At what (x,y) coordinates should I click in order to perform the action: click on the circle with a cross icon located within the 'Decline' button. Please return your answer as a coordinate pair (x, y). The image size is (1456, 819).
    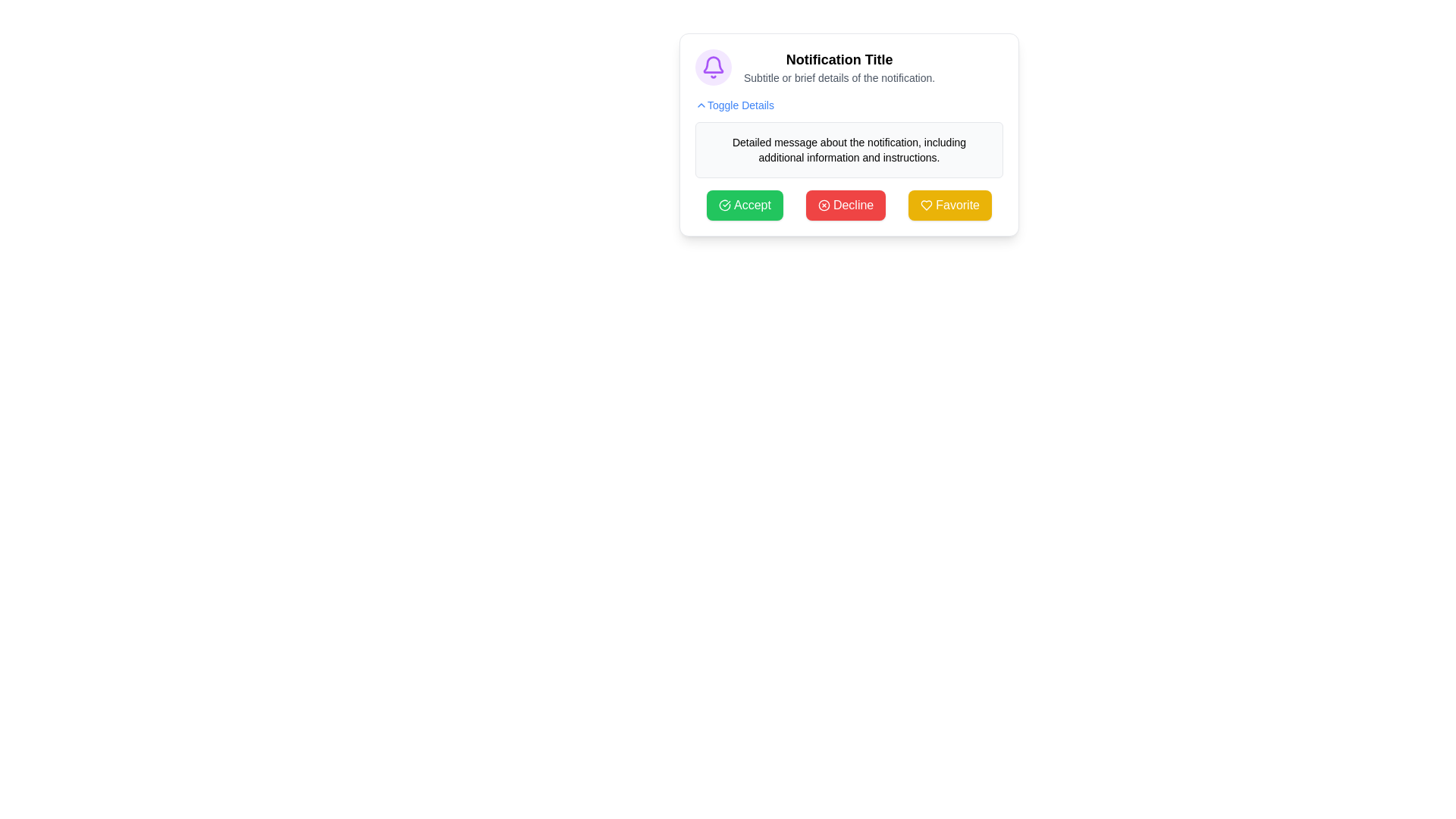
    Looking at the image, I should click on (823, 205).